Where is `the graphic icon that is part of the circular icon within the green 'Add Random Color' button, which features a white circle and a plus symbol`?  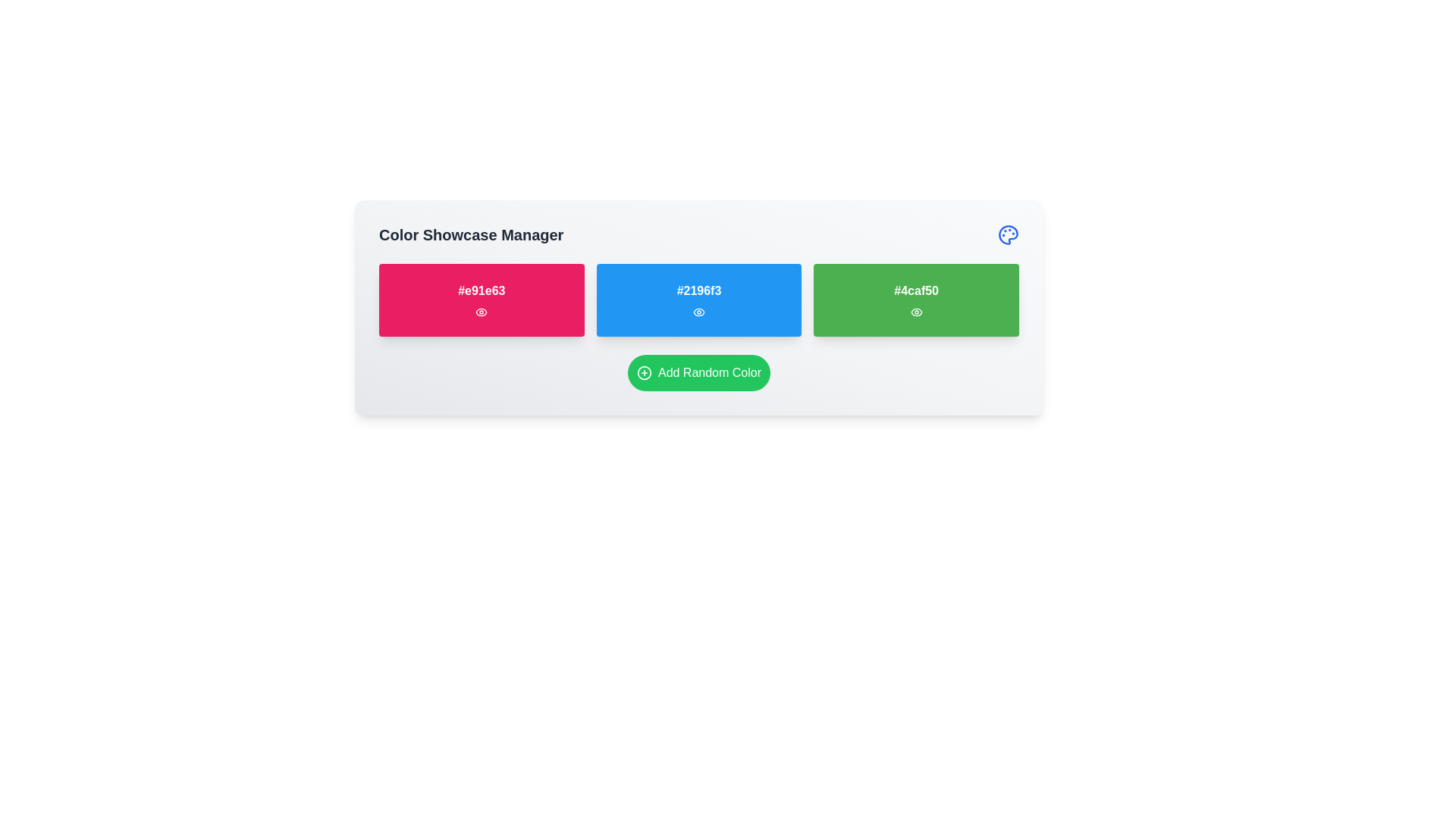 the graphic icon that is part of the circular icon within the green 'Add Random Color' button, which features a white circle and a plus symbol is located at coordinates (644, 373).